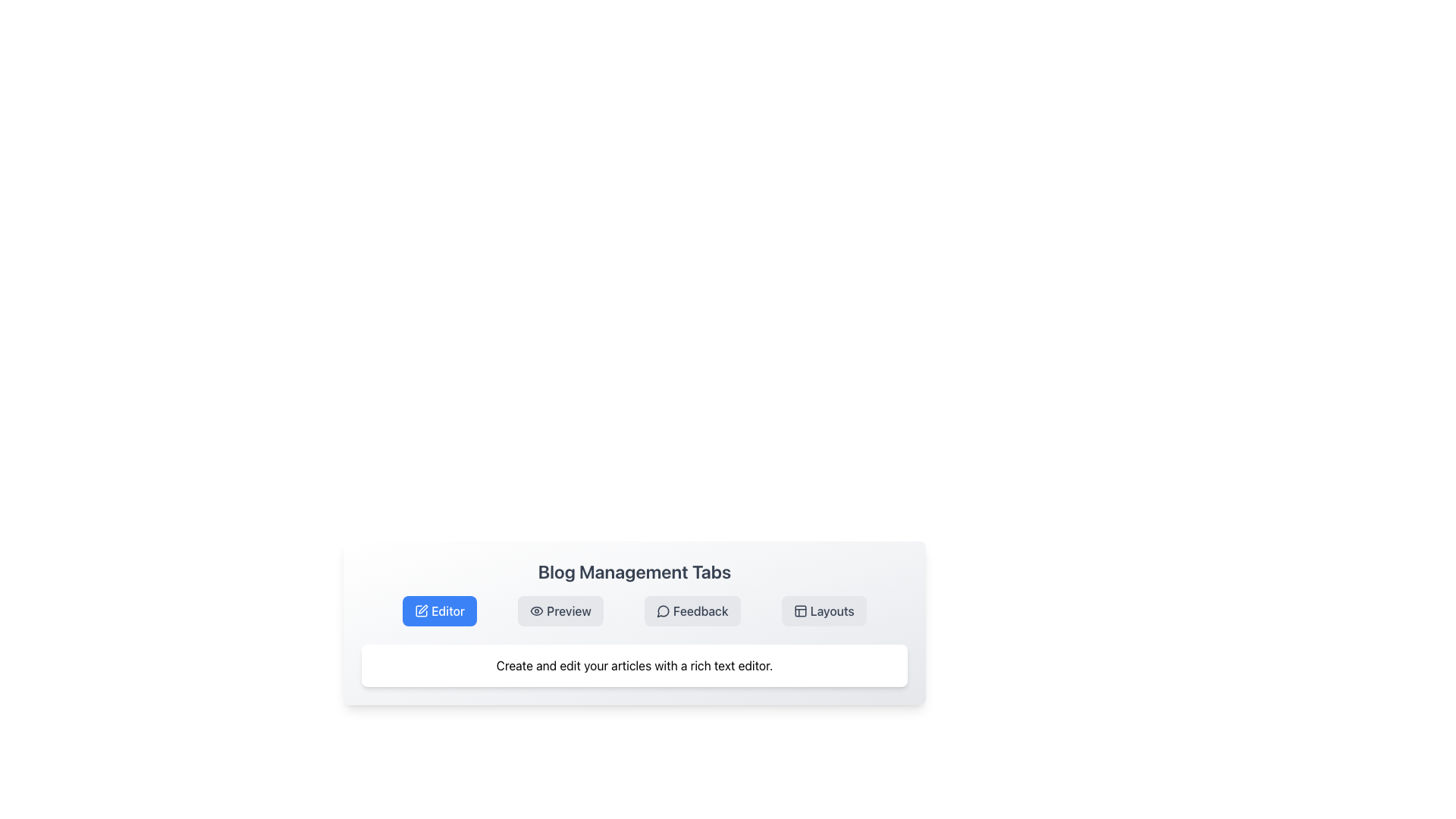 The height and width of the screenshot is (819, 1456). Describe the element at coordinates (422, 610) in the screenshot. I see `SVG Icon representing a pen and square used for editing, located to the left of the 'Editor' button in the control panel` at that location.